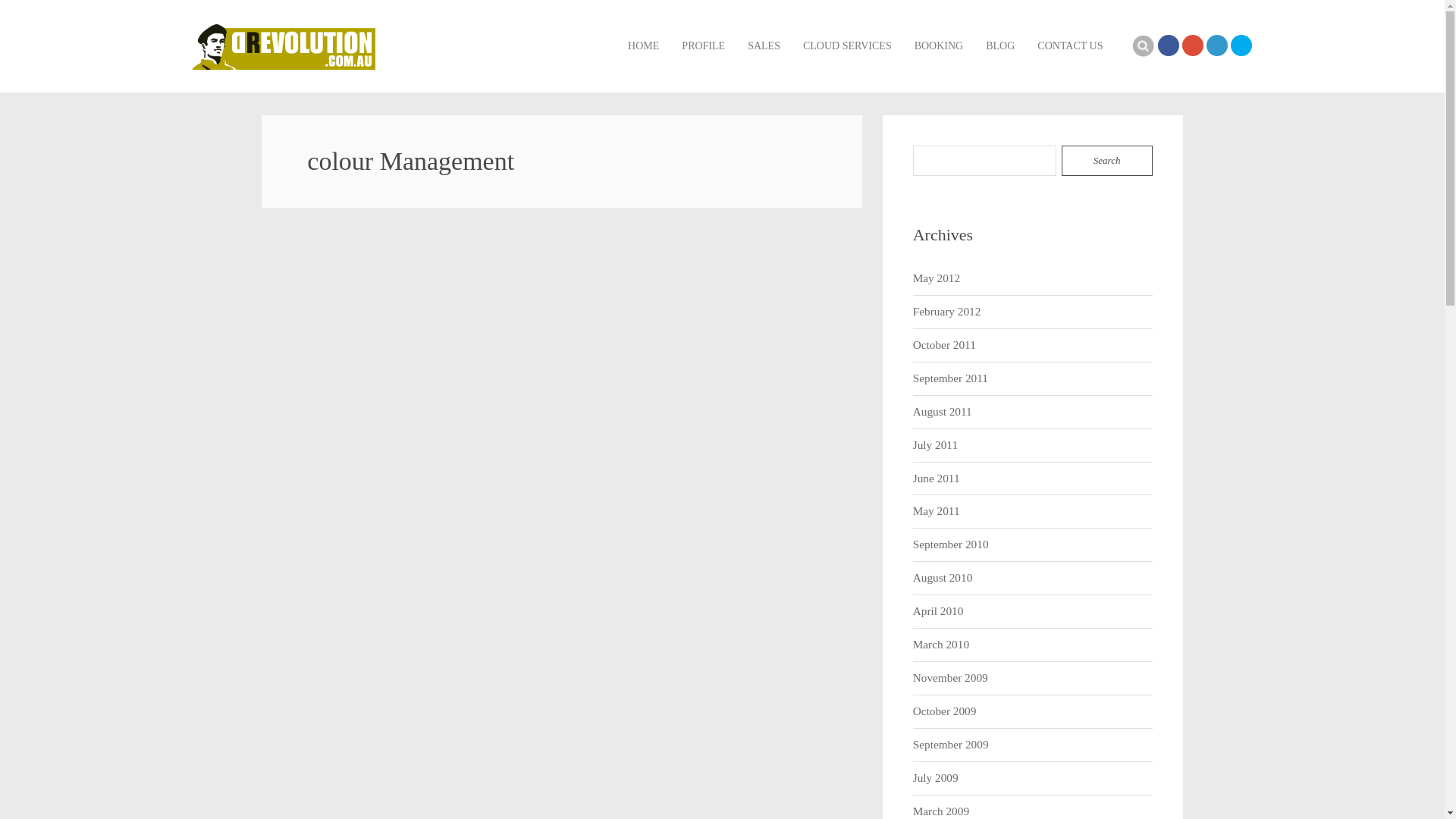  What do you see at coordinates (934, 444) in the screenshot?
I see `'July 2011'` at bounding box center [934, 444].